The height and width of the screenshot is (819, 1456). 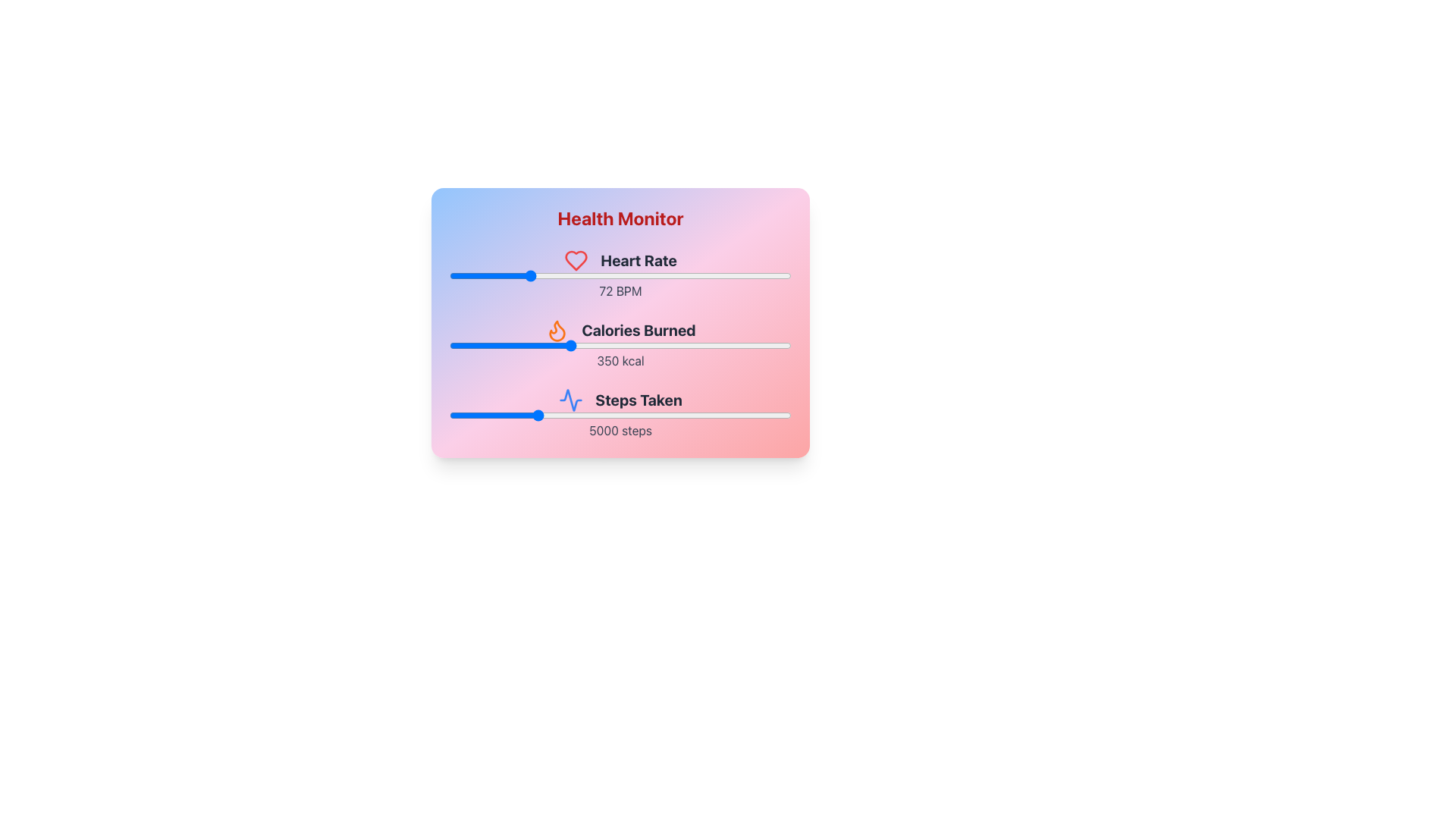 I want to click on heart rate, so click(x=525, y=275).